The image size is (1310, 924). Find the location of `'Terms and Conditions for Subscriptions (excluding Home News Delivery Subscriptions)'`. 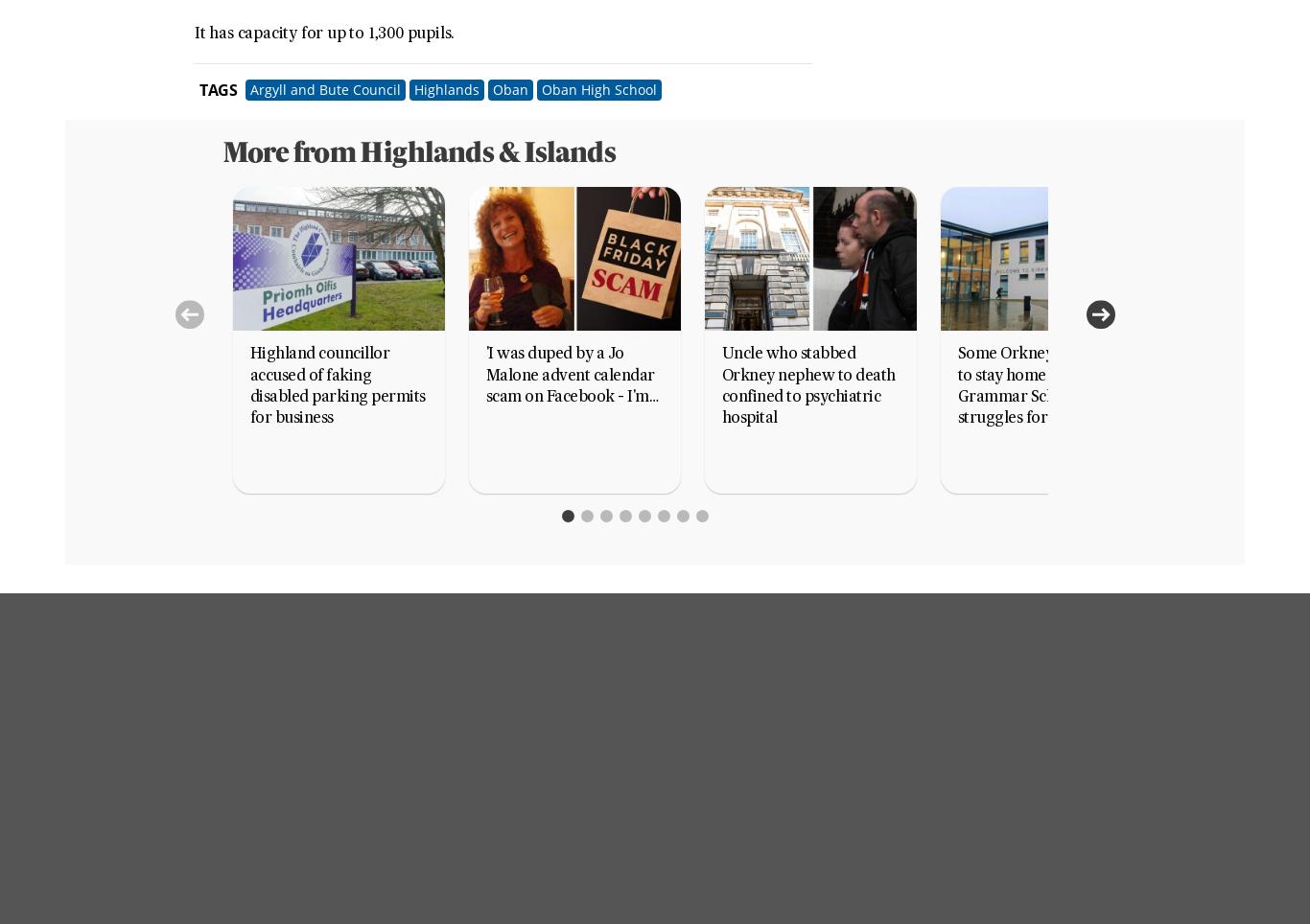

'Terms and Conditions for Subscriptions (excluding Home News Delivery Subscriptions)' is located at coordinates (558, 664).